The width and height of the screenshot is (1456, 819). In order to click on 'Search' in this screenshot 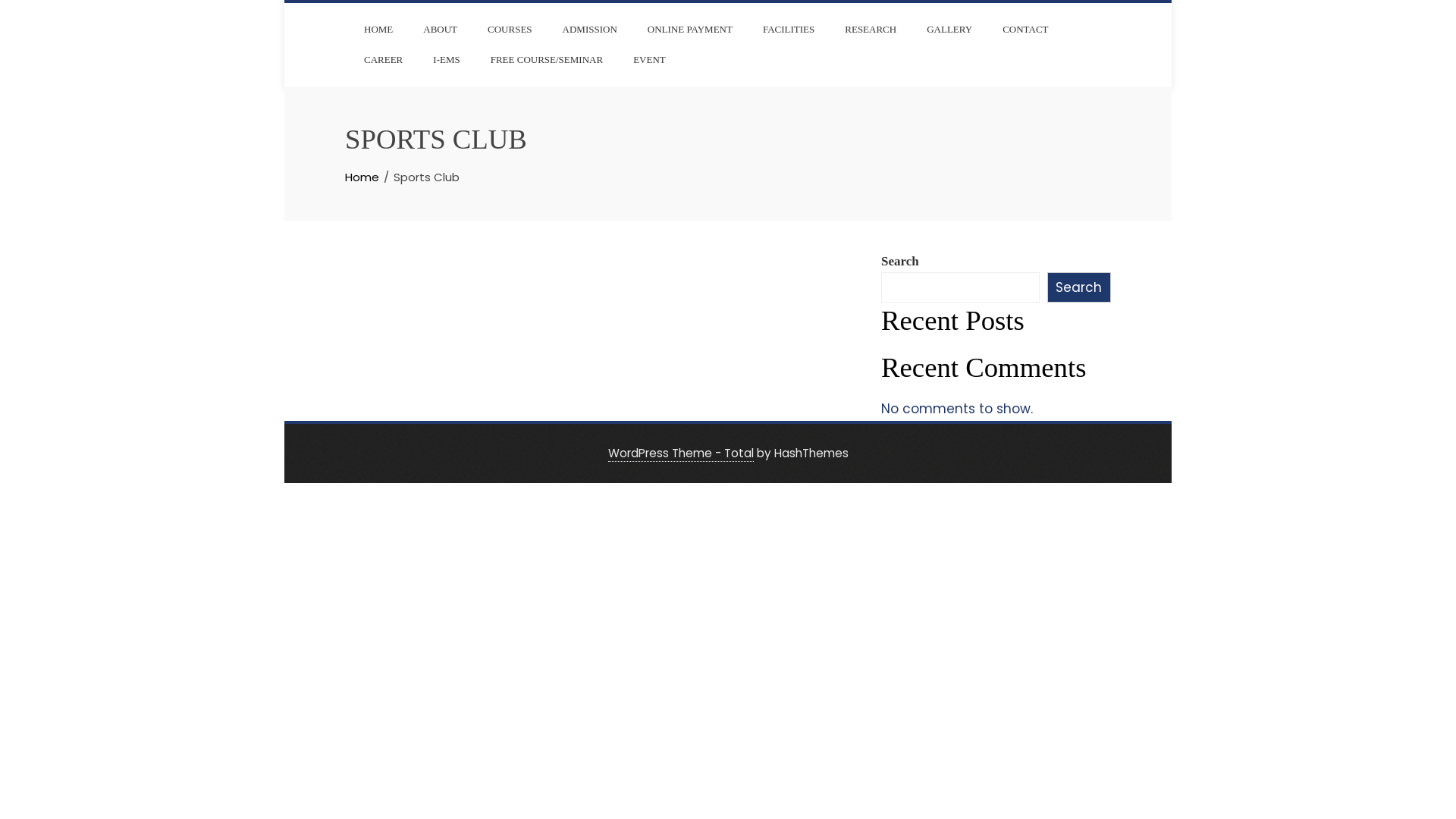, I will do `click(1078, 287)`.